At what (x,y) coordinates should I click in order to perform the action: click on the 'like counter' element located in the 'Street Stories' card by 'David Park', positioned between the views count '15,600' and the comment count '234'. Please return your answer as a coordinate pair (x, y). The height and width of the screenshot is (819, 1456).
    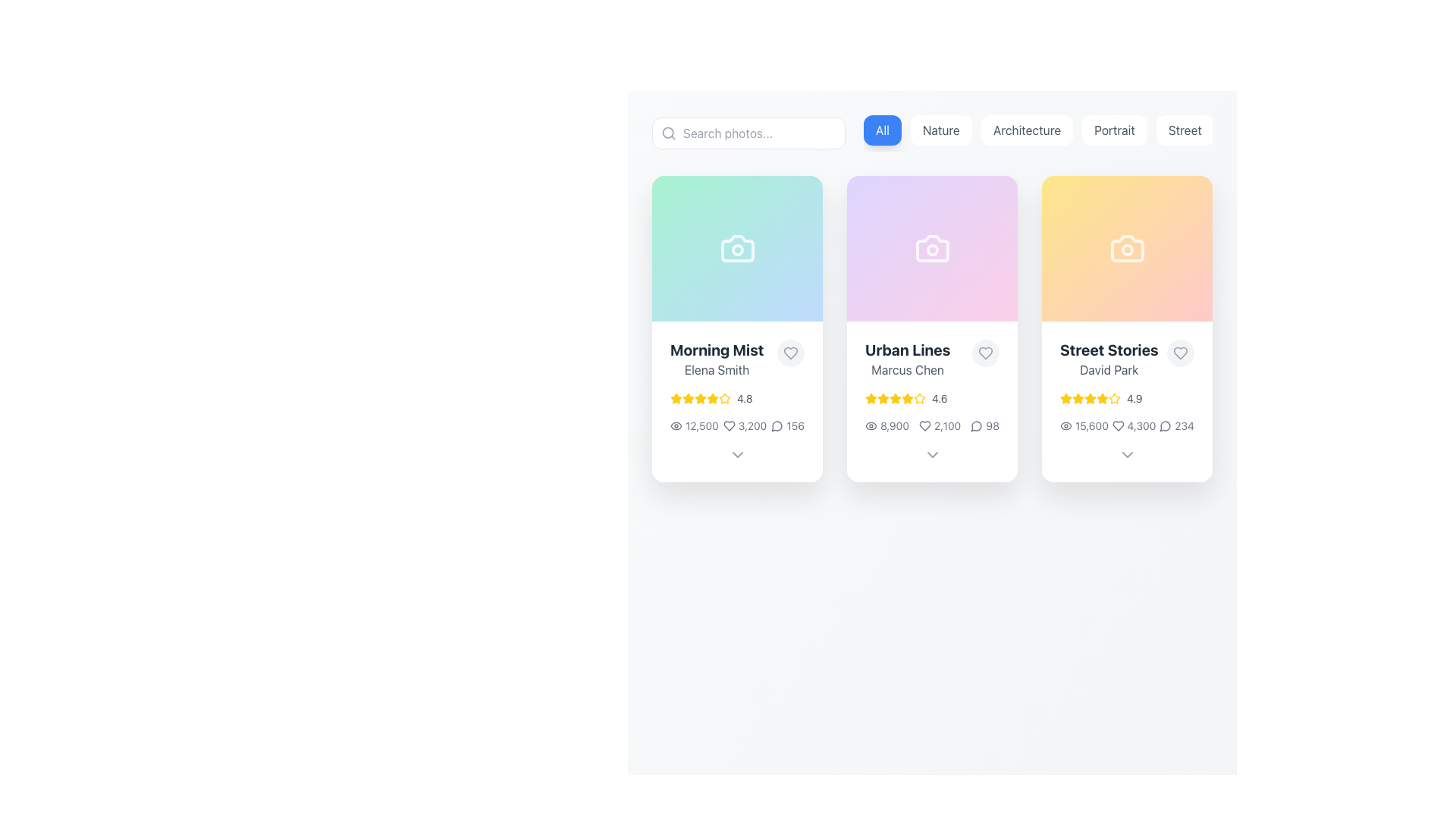
    Looking at the image, I should click on (1134, 426).